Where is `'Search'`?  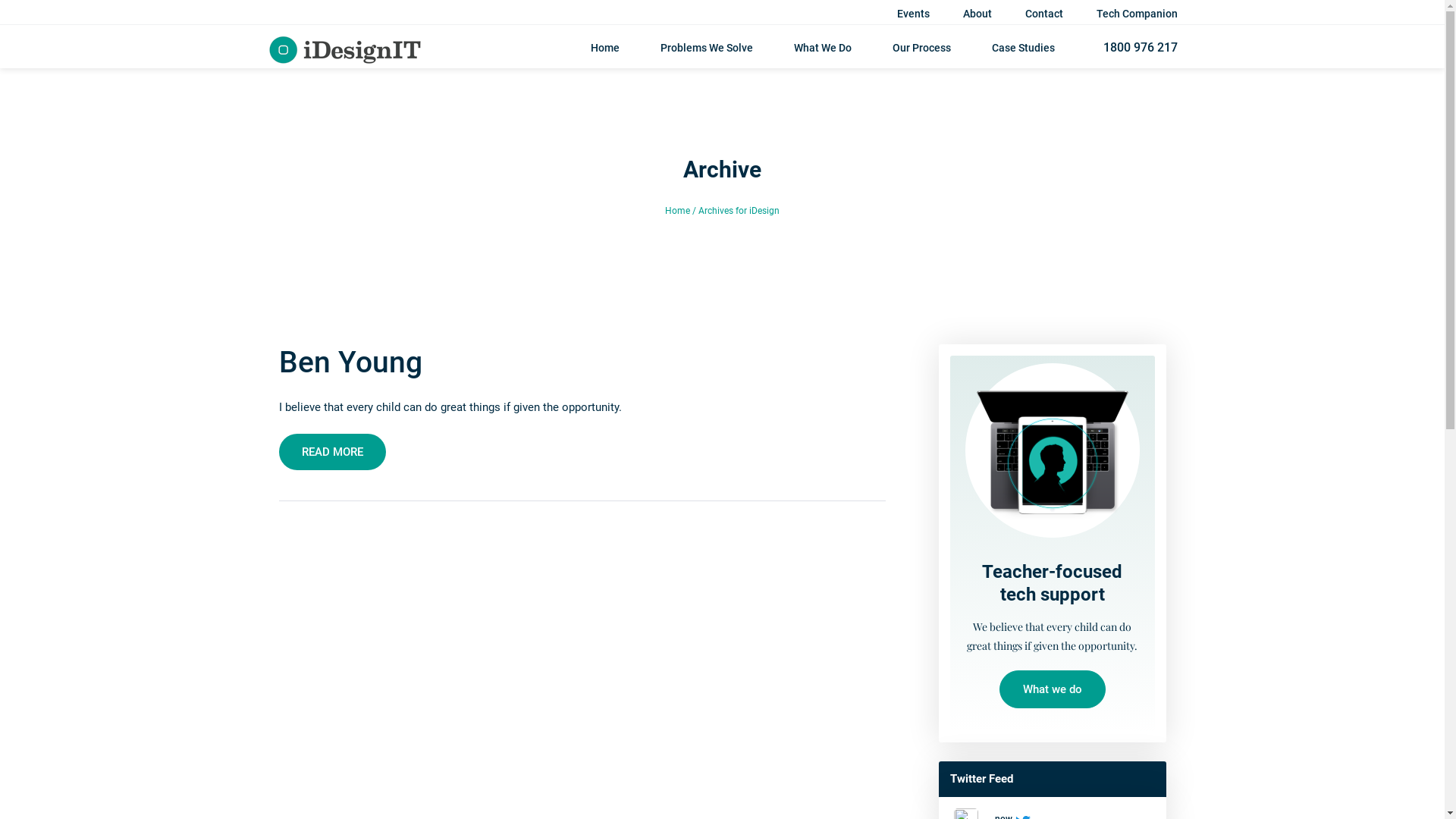 'Search' is located at coordinates (1109, 26).